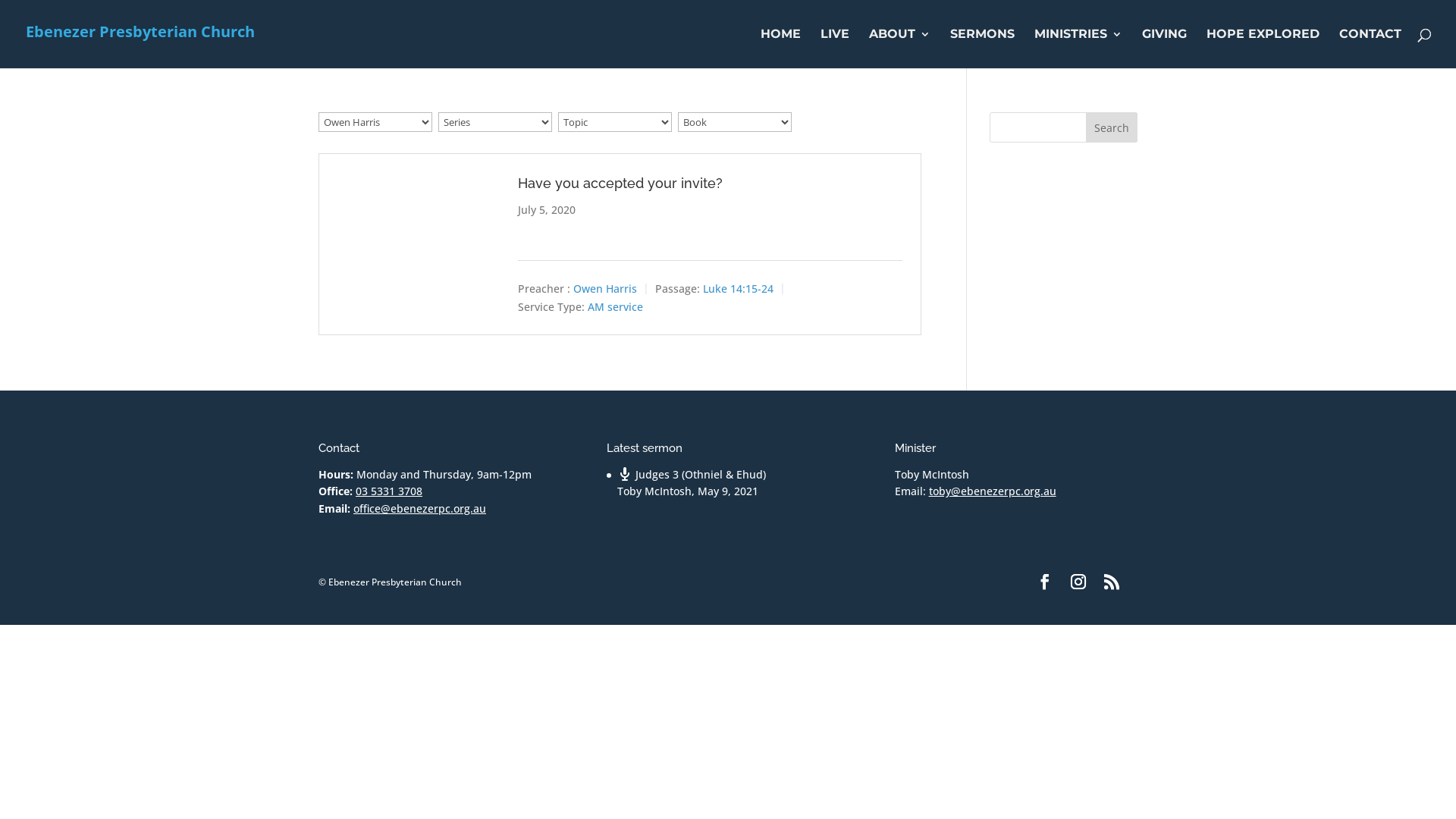 The height and width of the screenshot is (819, 1456). I want to click on 'GIVING', so click(1163, 48).